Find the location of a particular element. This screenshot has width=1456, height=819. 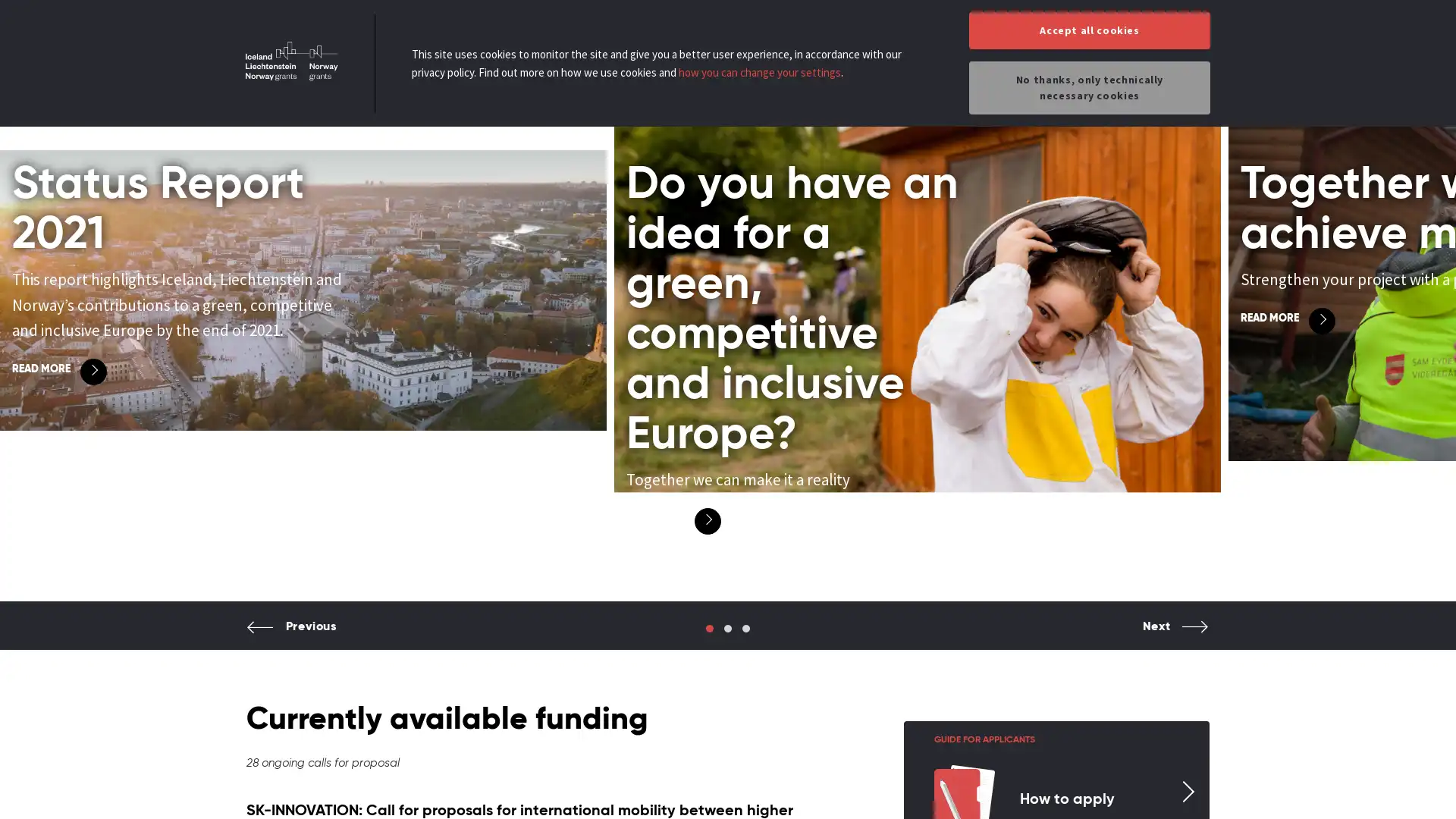

Previous is located at coordinates (291, 638).